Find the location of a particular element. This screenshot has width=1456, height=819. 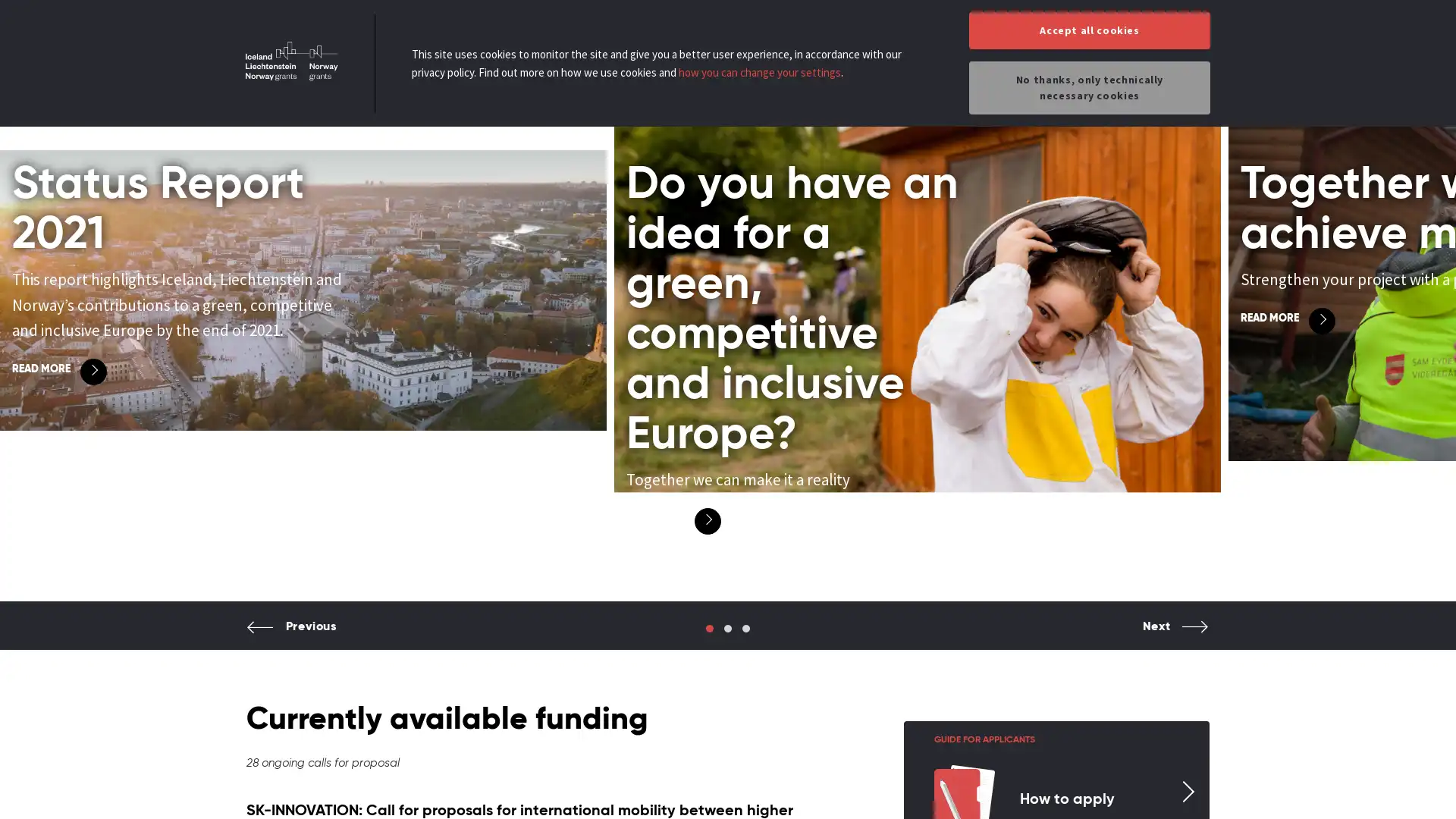

Previous is located at coordinates (291, 638).